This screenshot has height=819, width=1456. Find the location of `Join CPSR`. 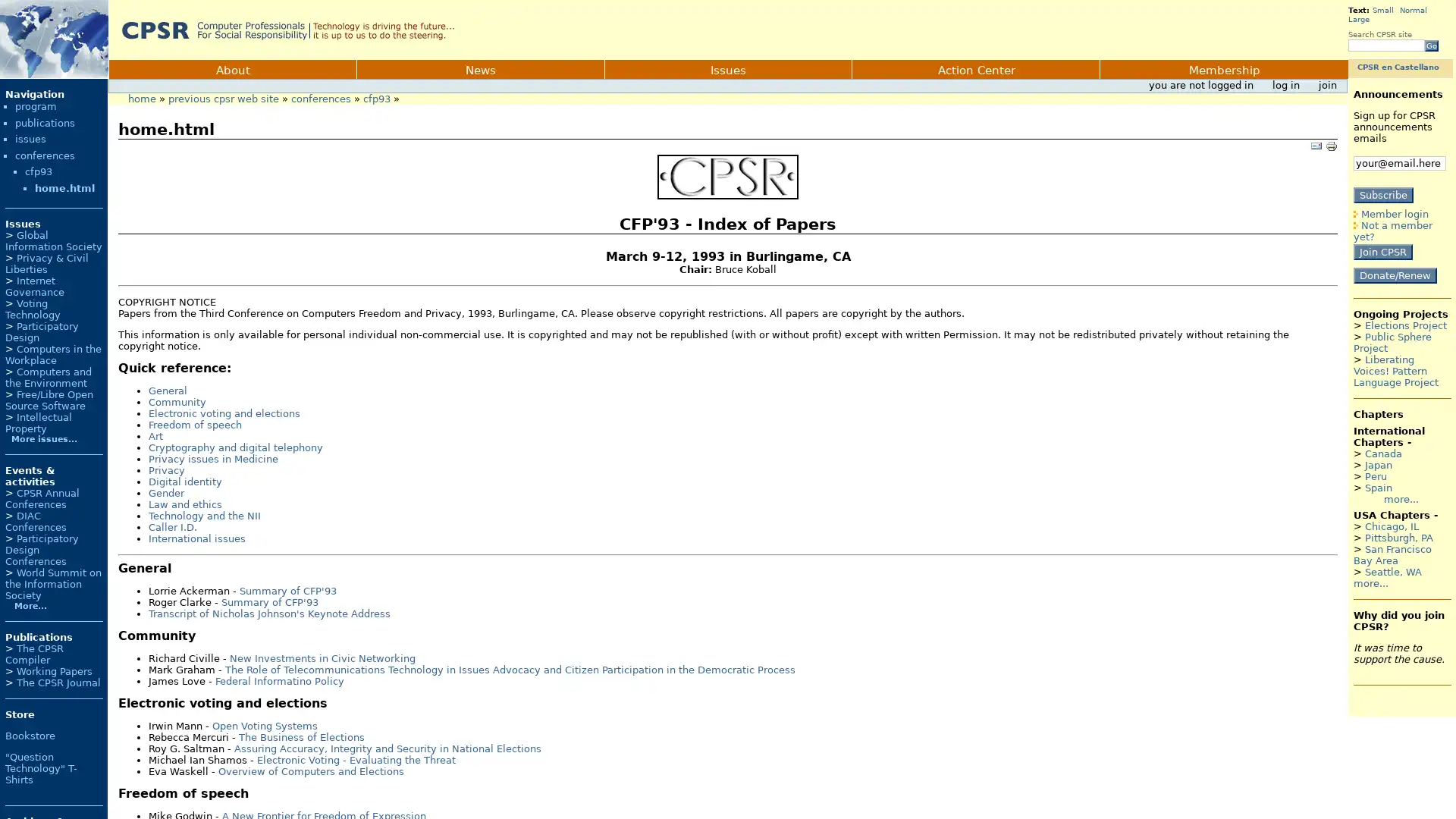

Join CPSR is located at coordinates (1382, 251).